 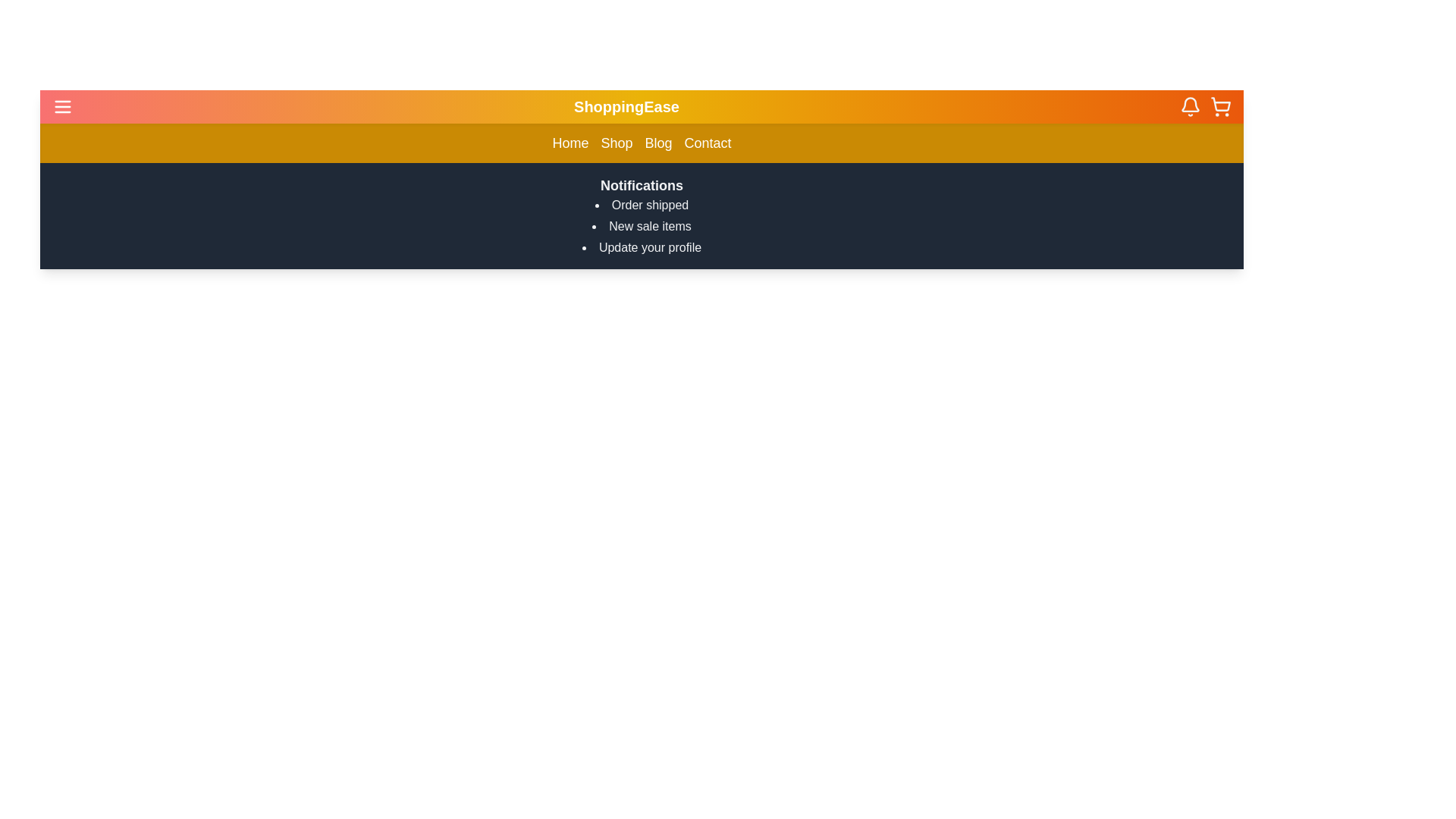 I want to click on the Static text label reading 'ShoppingEase' located in the header section of the application interface, so click(x=626, y=106).